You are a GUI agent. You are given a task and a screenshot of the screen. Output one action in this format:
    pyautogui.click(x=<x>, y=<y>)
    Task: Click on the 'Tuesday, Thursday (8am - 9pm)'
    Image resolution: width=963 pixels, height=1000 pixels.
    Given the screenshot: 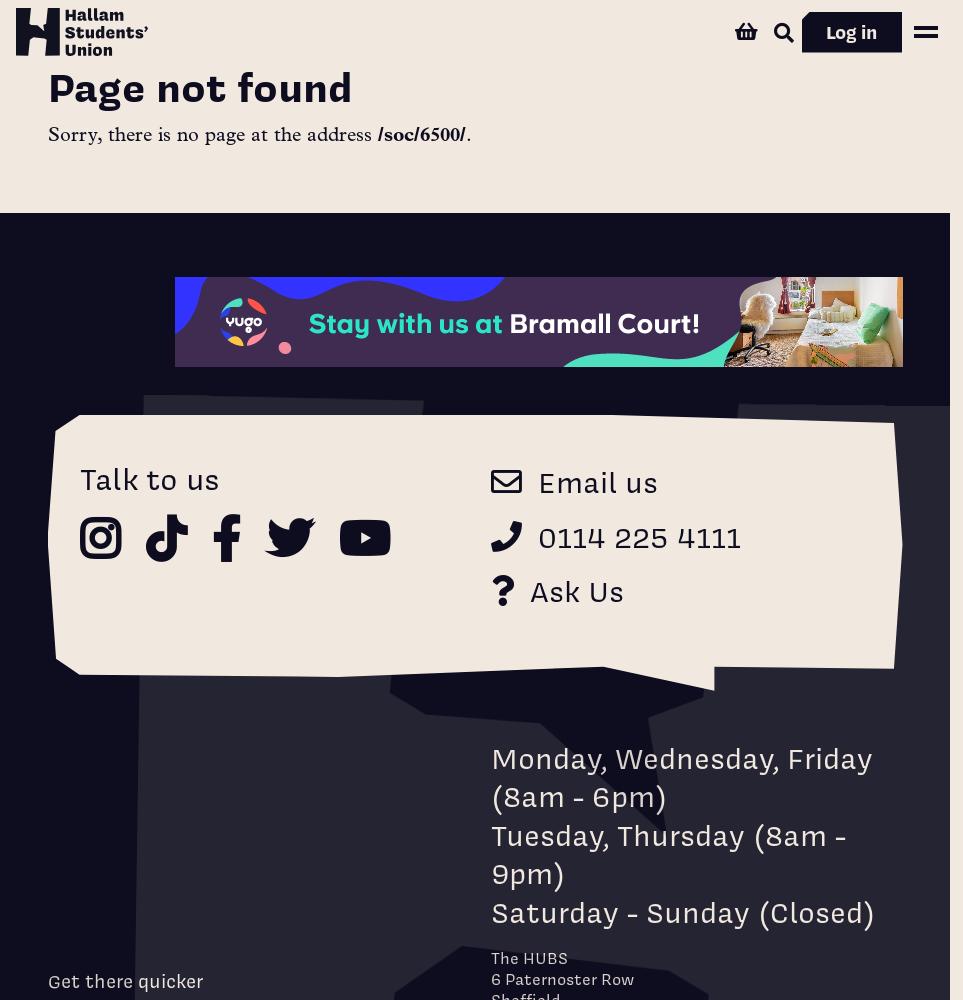 What is the action you would take?
    pyautogui.click(x=668, y=852)
    